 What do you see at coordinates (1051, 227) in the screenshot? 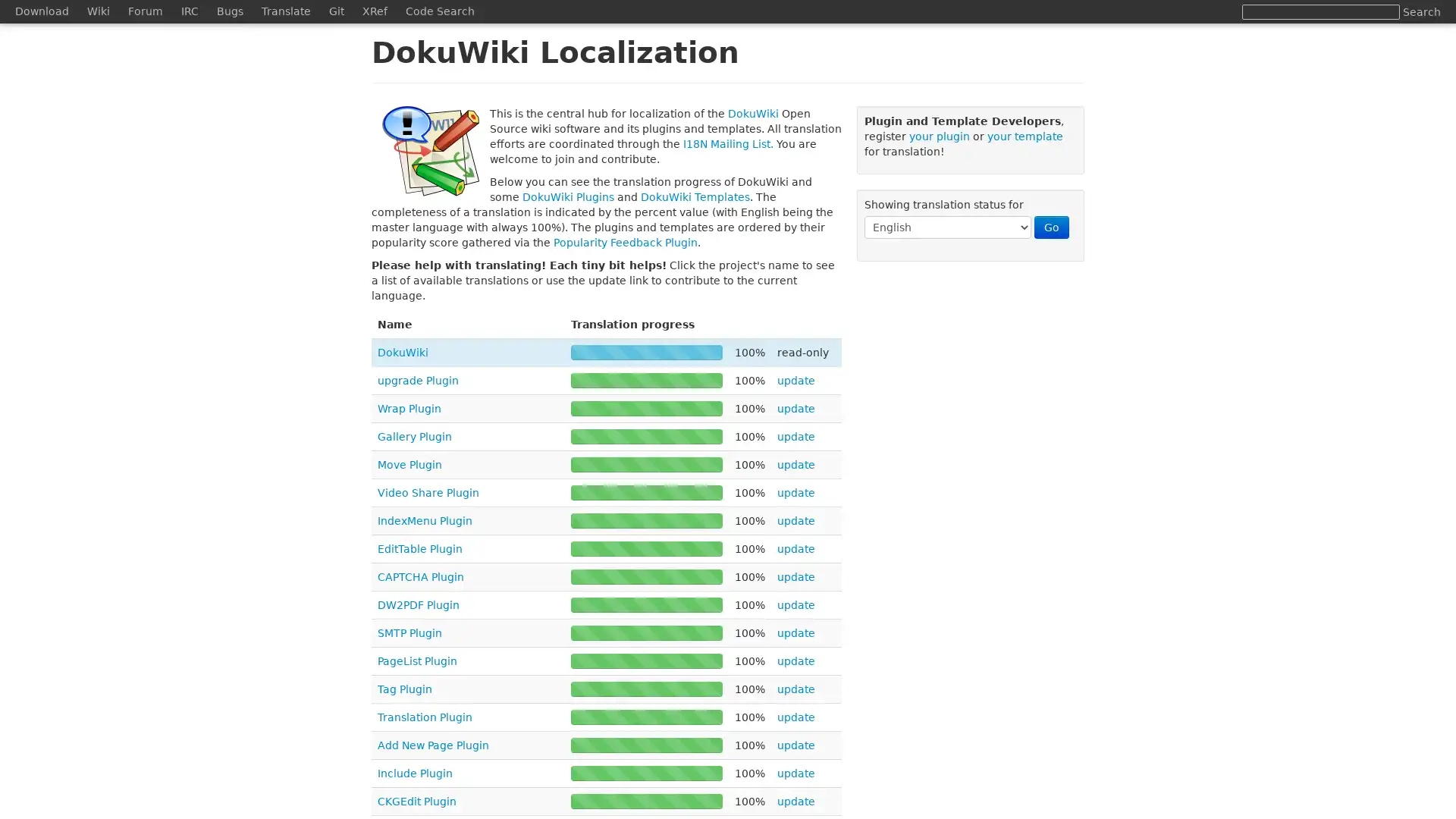
I see `Go` at bounding box center [1051, 227].